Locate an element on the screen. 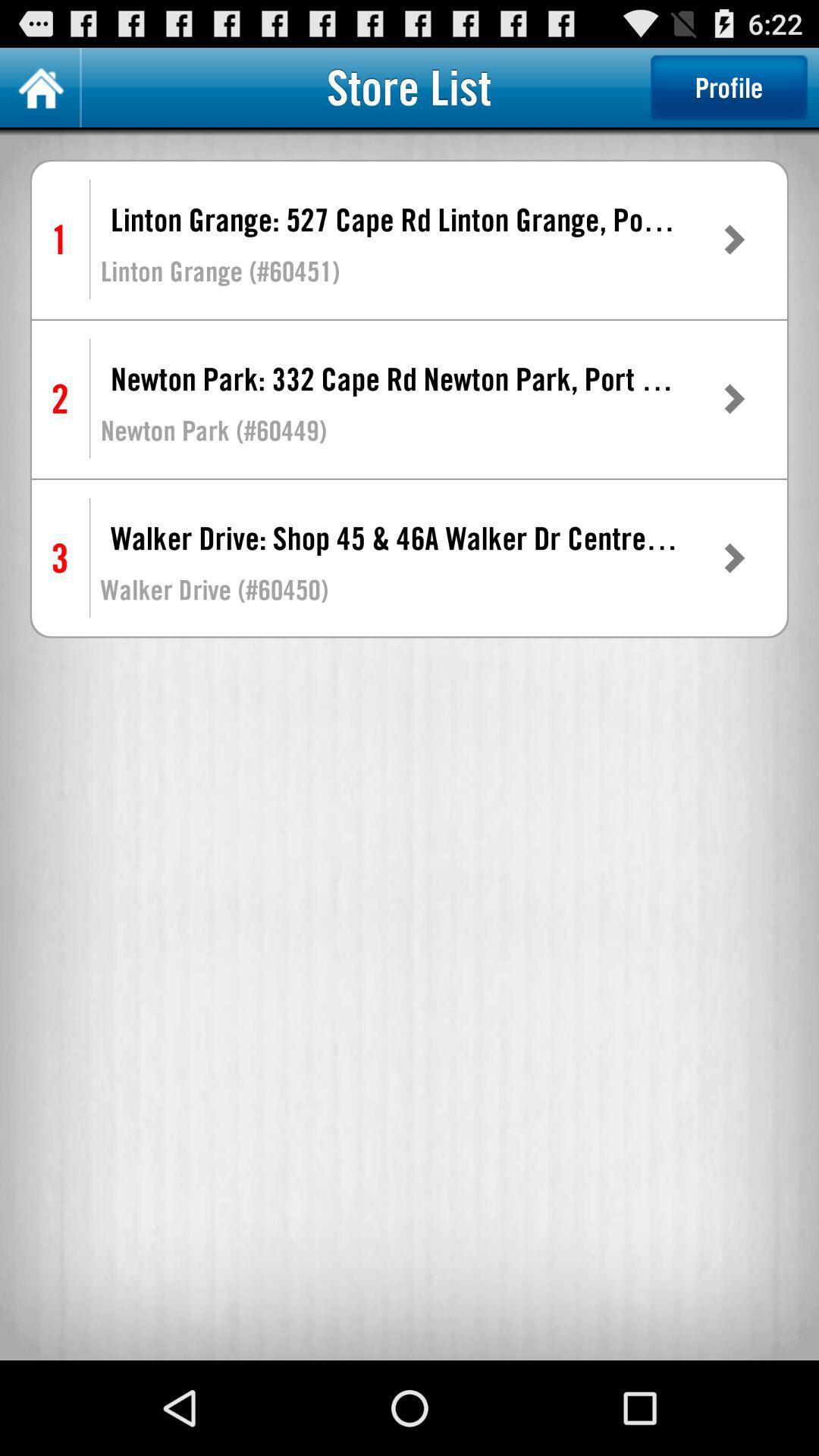 The image size is (819, 1456). profile icon is located at coordinates (728, 86).